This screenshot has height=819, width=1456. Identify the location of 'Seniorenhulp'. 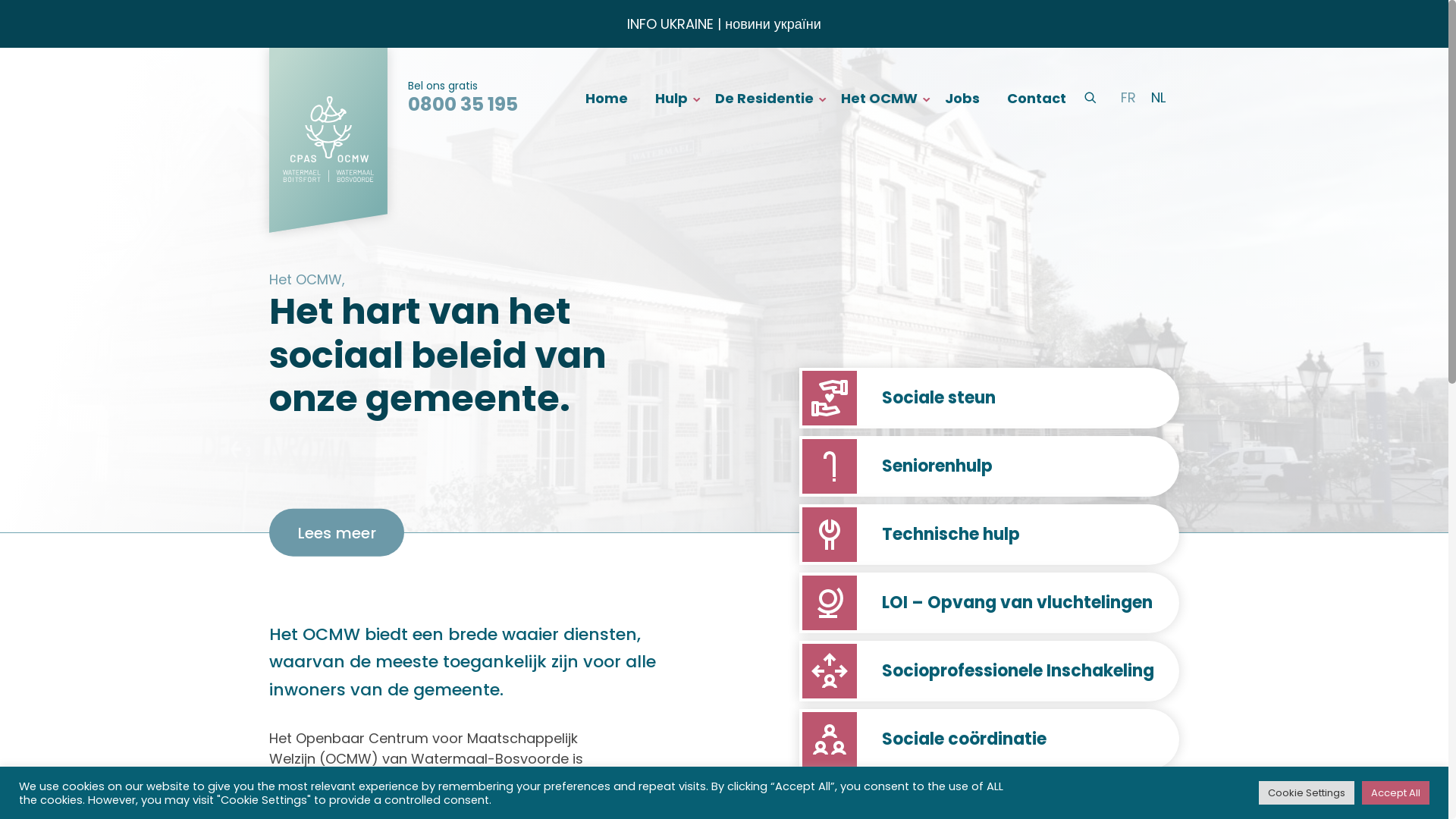
(989, 465).